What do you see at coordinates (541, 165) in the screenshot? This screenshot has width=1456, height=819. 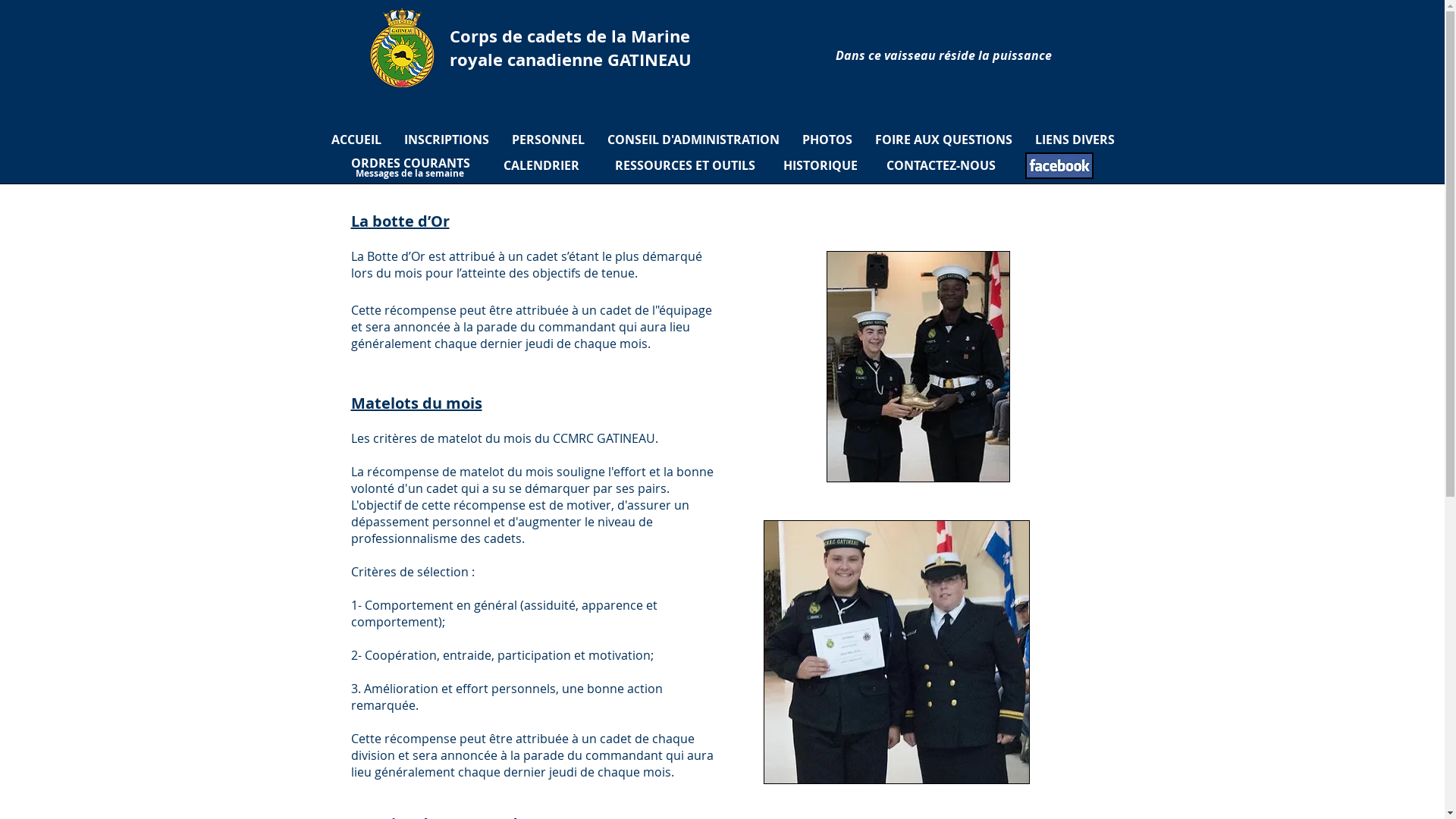 I see `'CALENDRIER'` at bounding box center [541, 165].